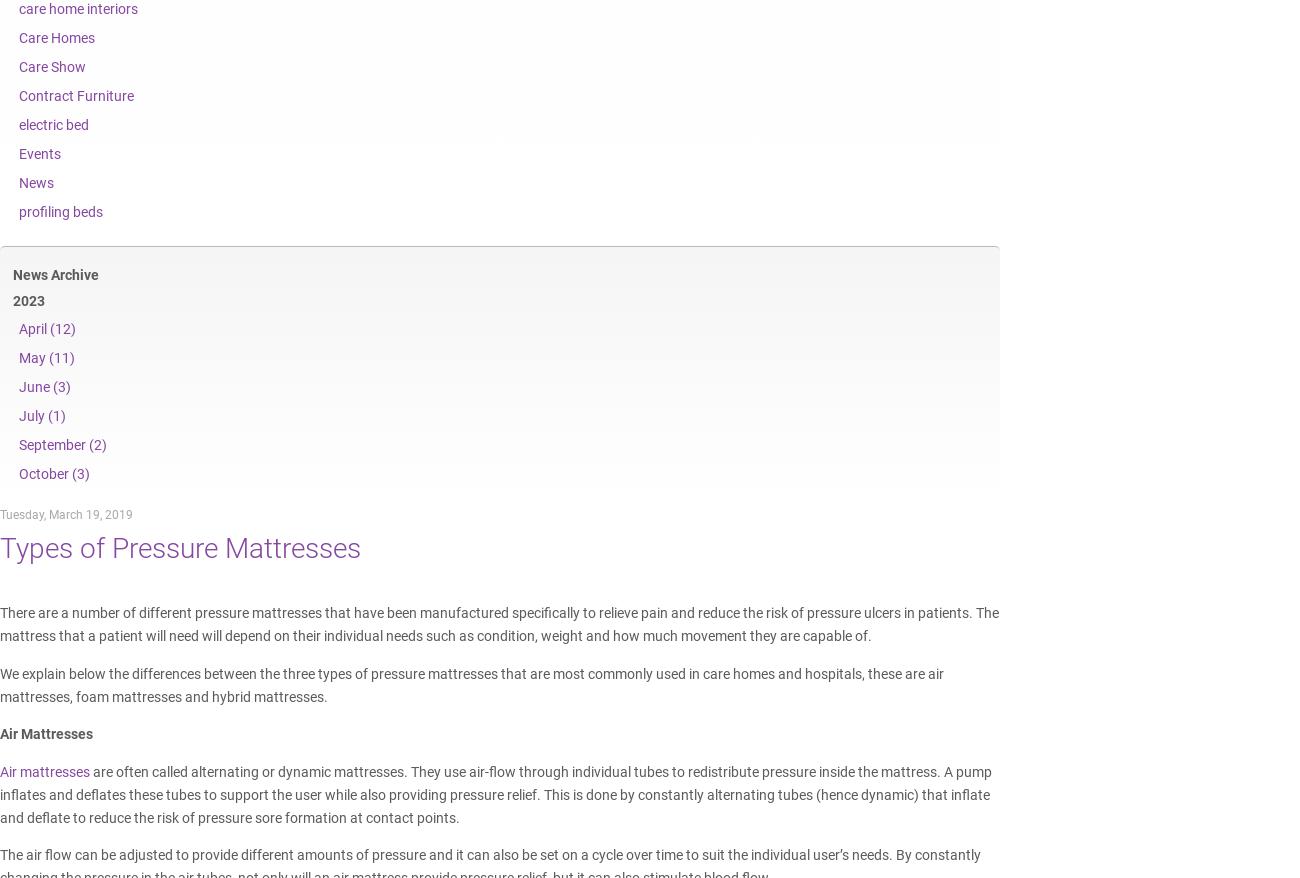  What do you see at coordinates (41, 415) in the screenshot?
I see `'July
                                            (1)'` at bounding box center [41, 415].